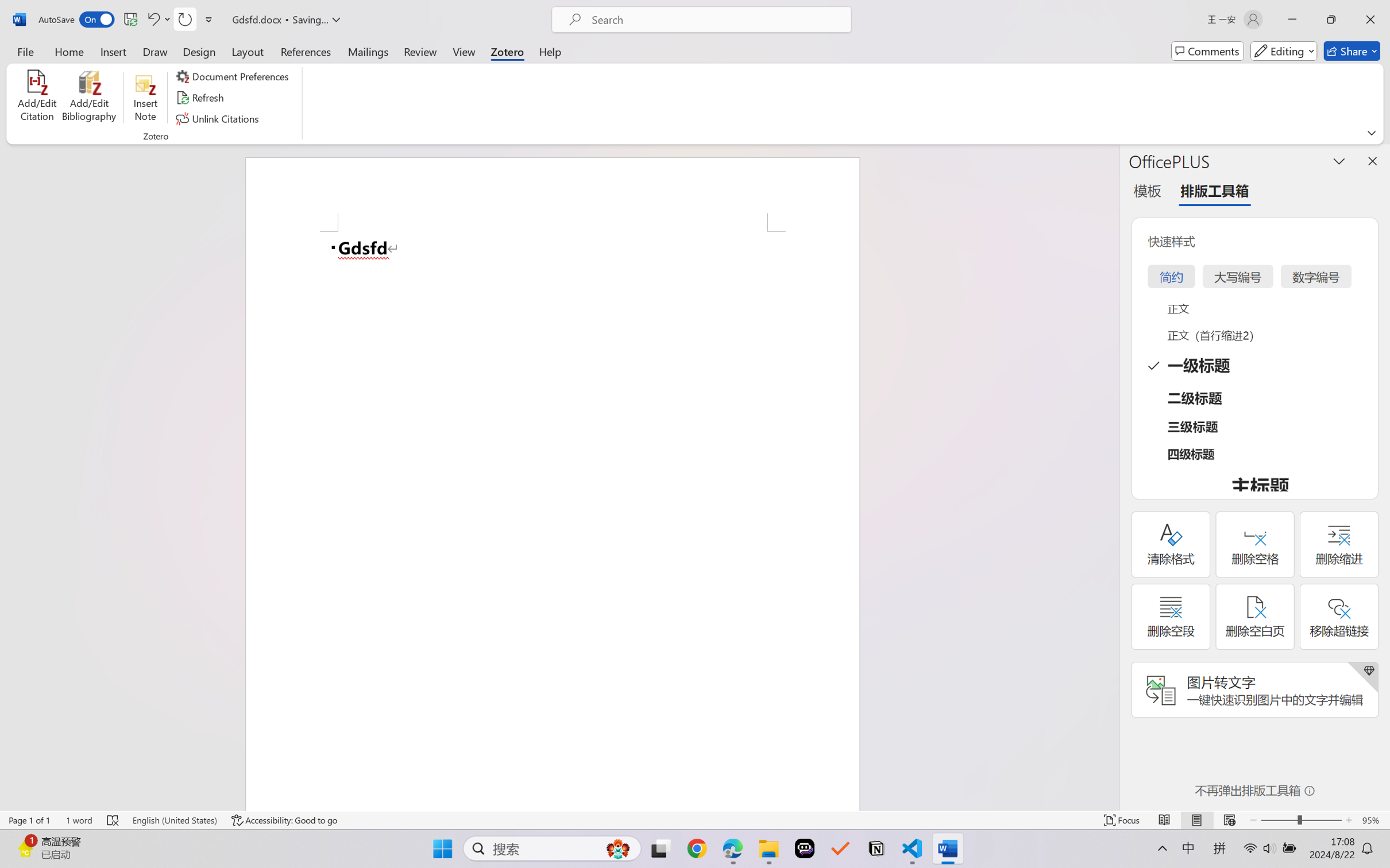  What do you see at coordinates (201, 98) in the screenshot?
I see `'Refresh'` at bounding box center [201, 98].